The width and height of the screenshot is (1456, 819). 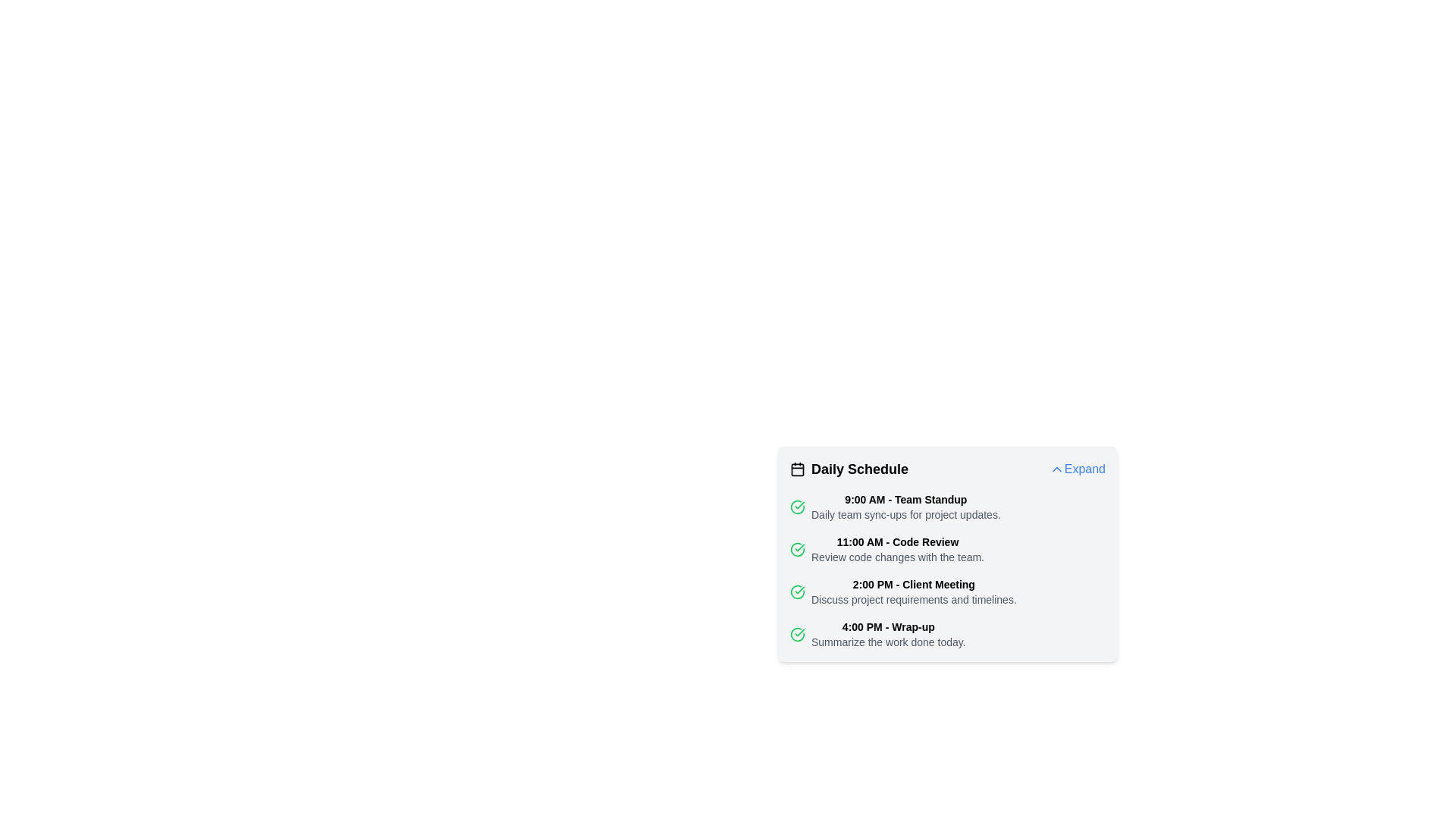 What do you see at coordinates (913, 584) in the screenshot?
I see `the Text Label that serves as the title of the schedule entry, which is the third entry in the list beneath 'Daily Schedule'` at bounding box center [913, 584].